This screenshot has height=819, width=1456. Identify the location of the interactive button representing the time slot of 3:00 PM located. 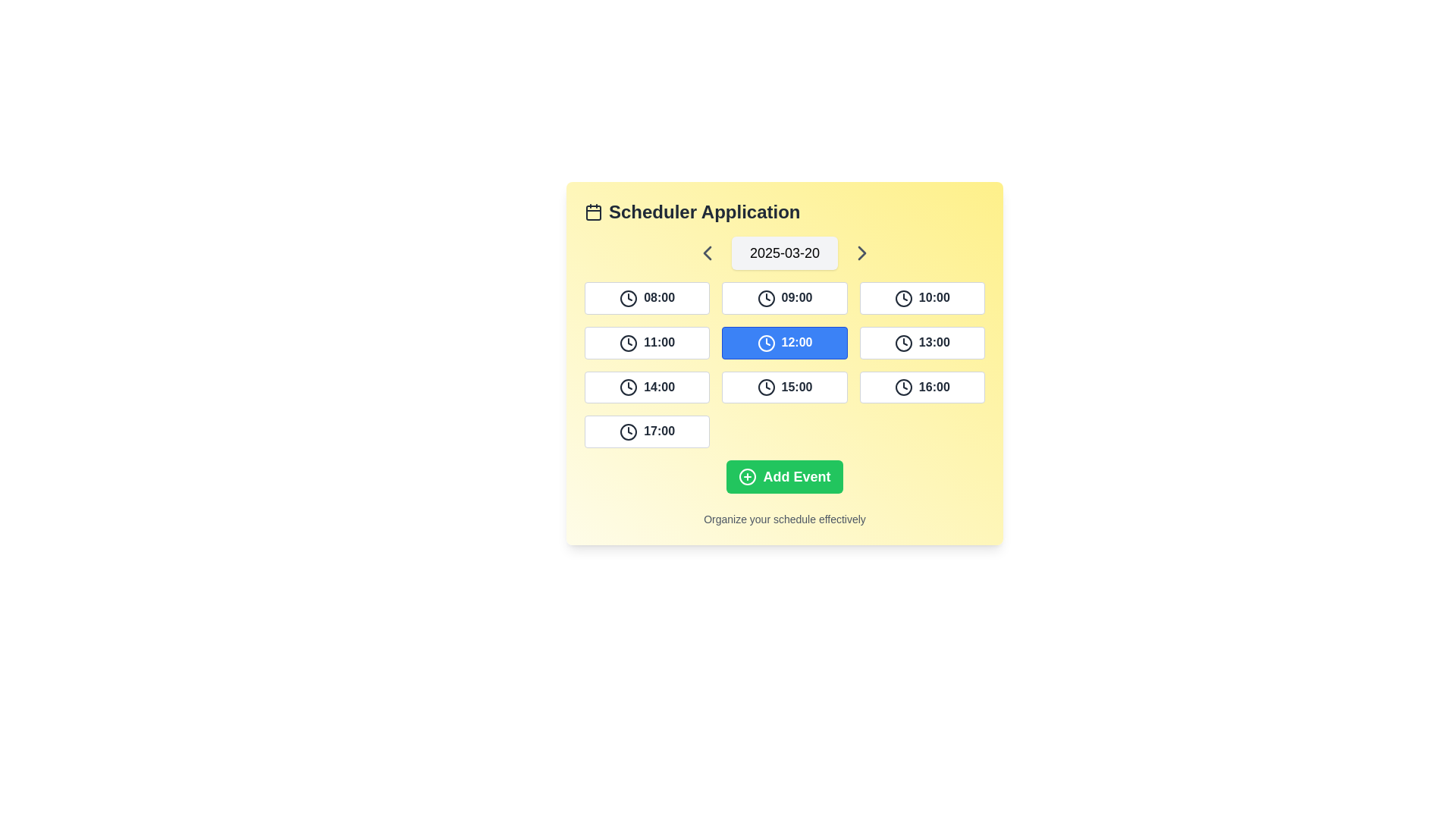
(785, 386).